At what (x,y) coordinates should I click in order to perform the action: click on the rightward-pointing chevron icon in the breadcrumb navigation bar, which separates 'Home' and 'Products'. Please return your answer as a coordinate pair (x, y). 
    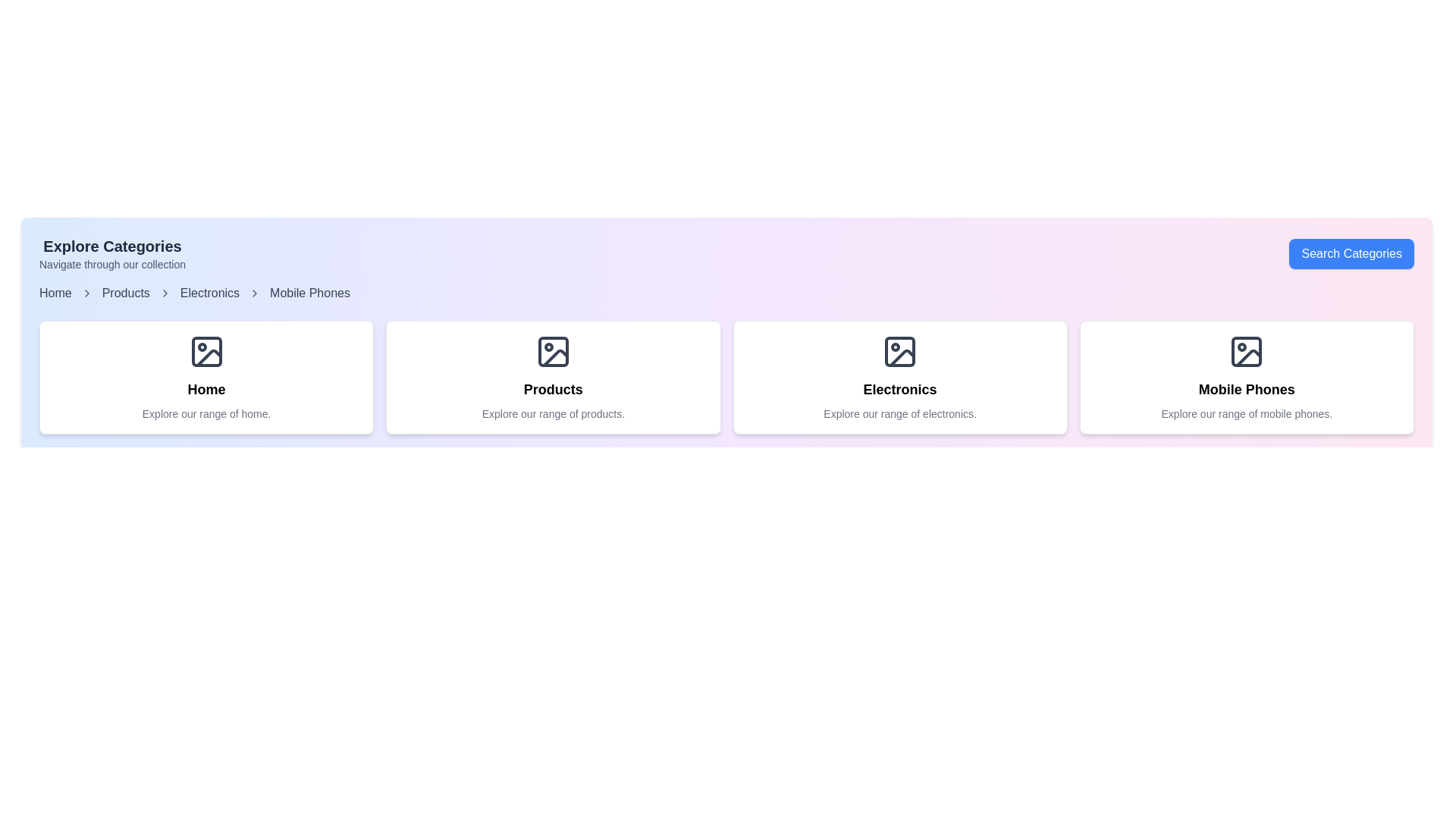
    Looking at the image, I should click on (165, 293).